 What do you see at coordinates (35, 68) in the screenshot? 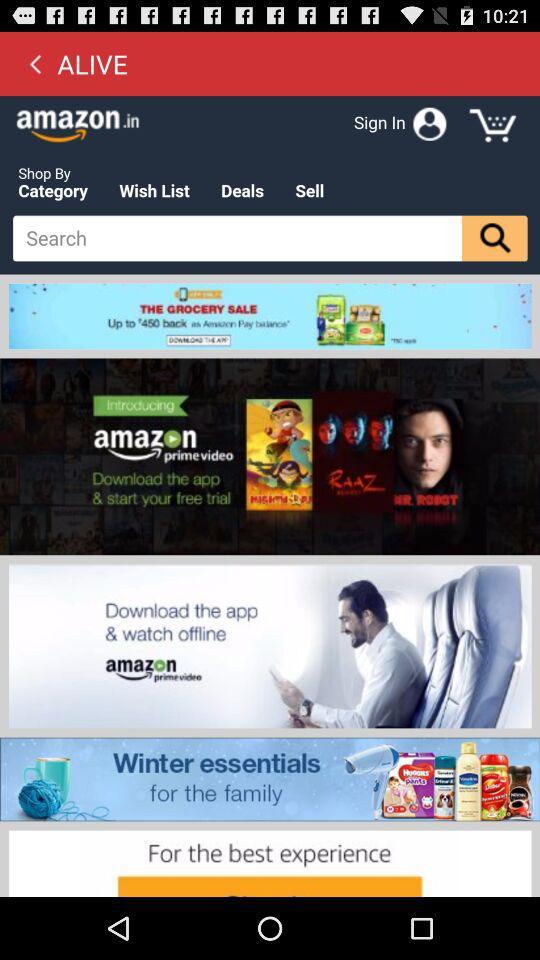
I see `the arrow_backward icon` at bounding box center [35, 68].